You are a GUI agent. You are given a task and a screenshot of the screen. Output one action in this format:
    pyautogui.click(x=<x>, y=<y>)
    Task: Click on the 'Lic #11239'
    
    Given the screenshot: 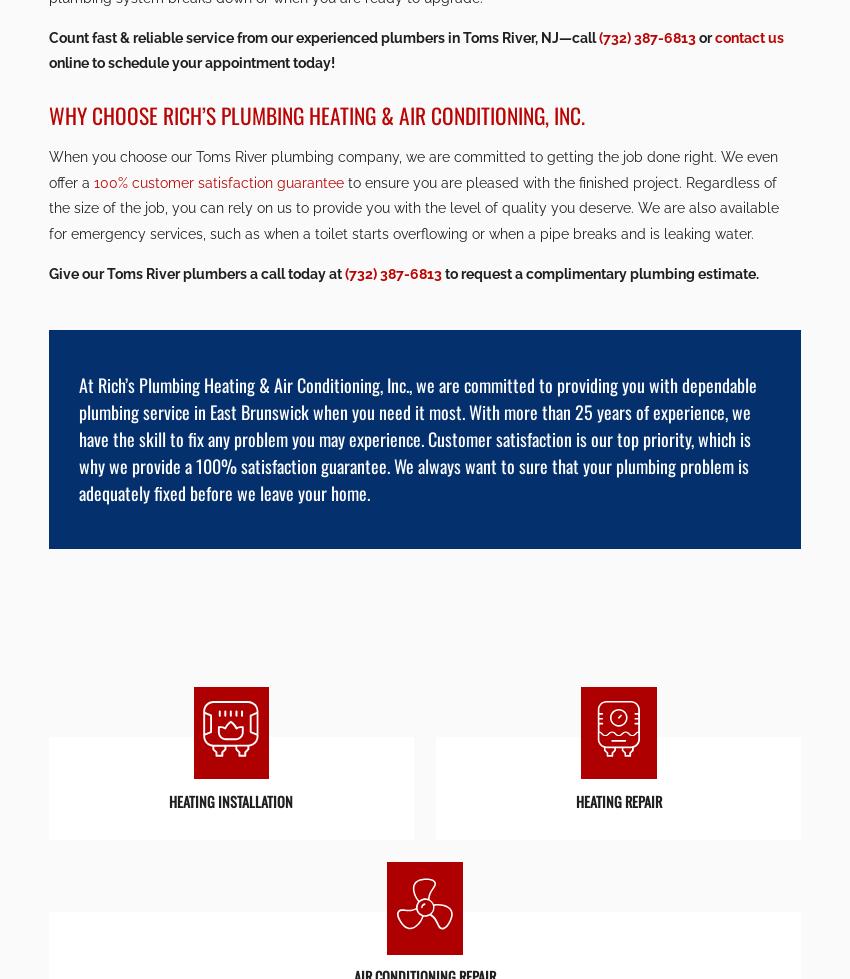 What is the action you would take?
    pyautogui.click(x=424, y=112)
    